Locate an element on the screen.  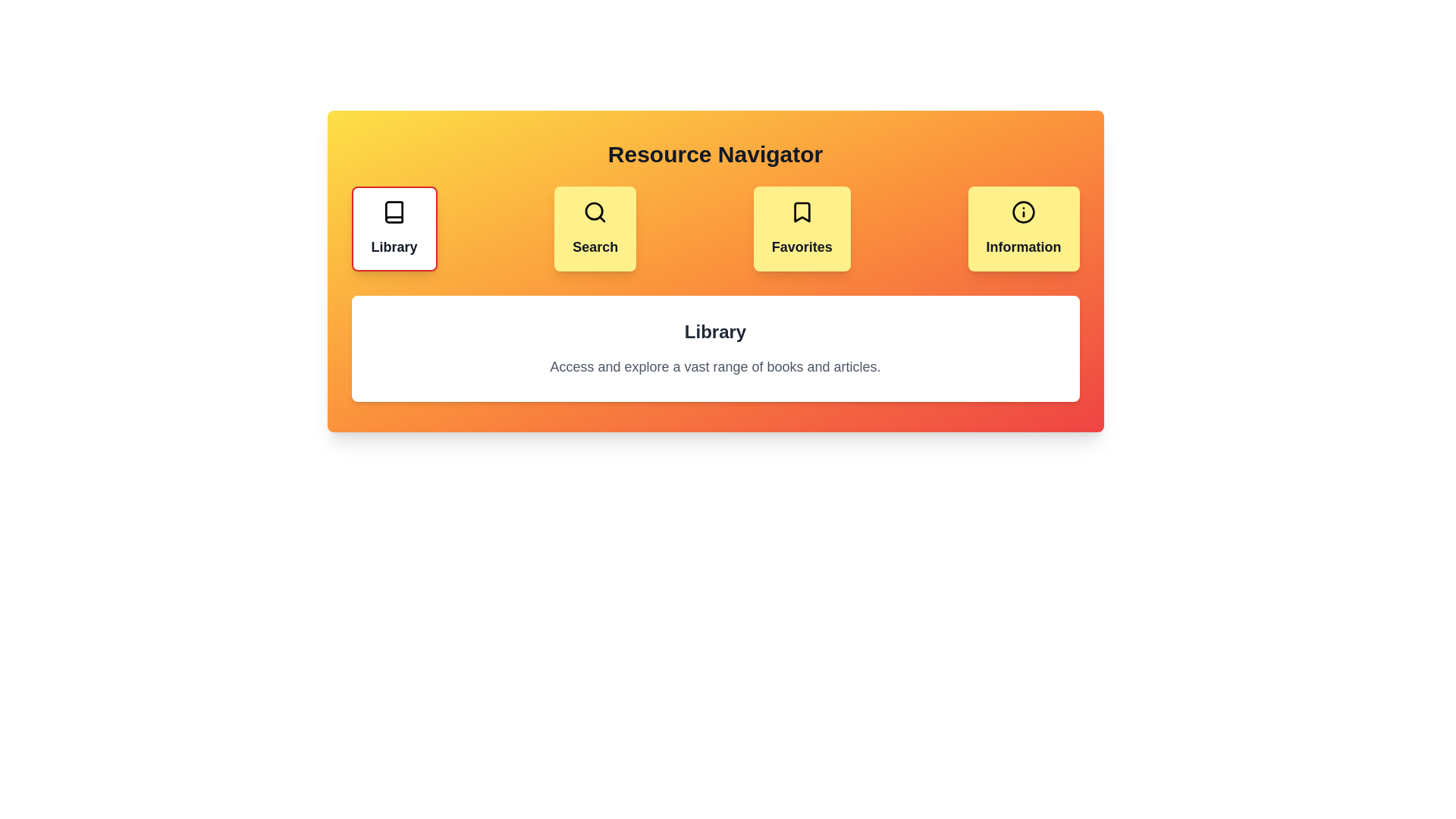
the tab labeled Library to switch to that tab is located at coordinates (394, 228).